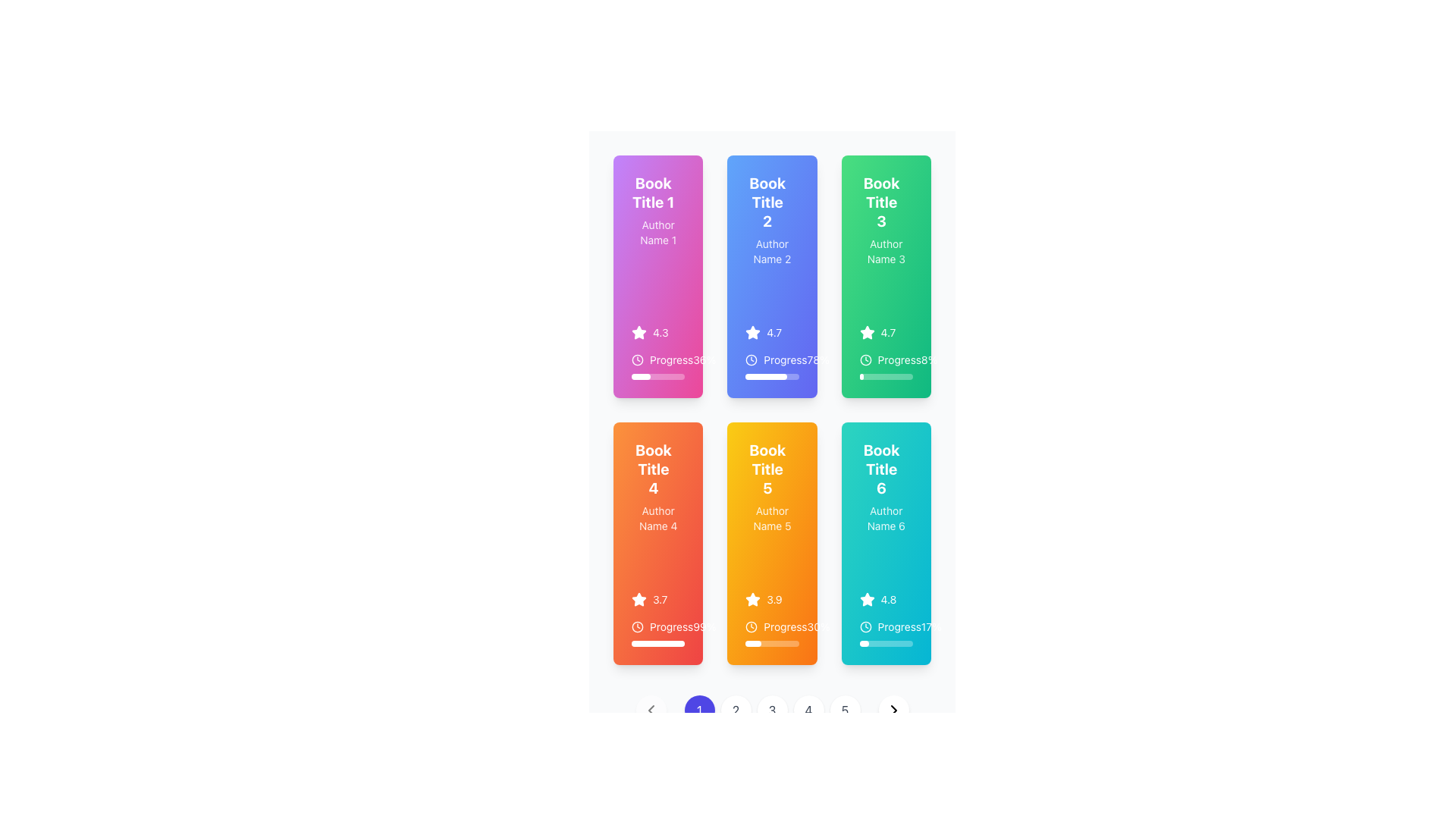 The width and height of the screenshot is (1456, 819). What do you see at coordinates (886, 543) in the screenshot?
I see `the last informational card in the grid layout` at bounding box center [886, 543].